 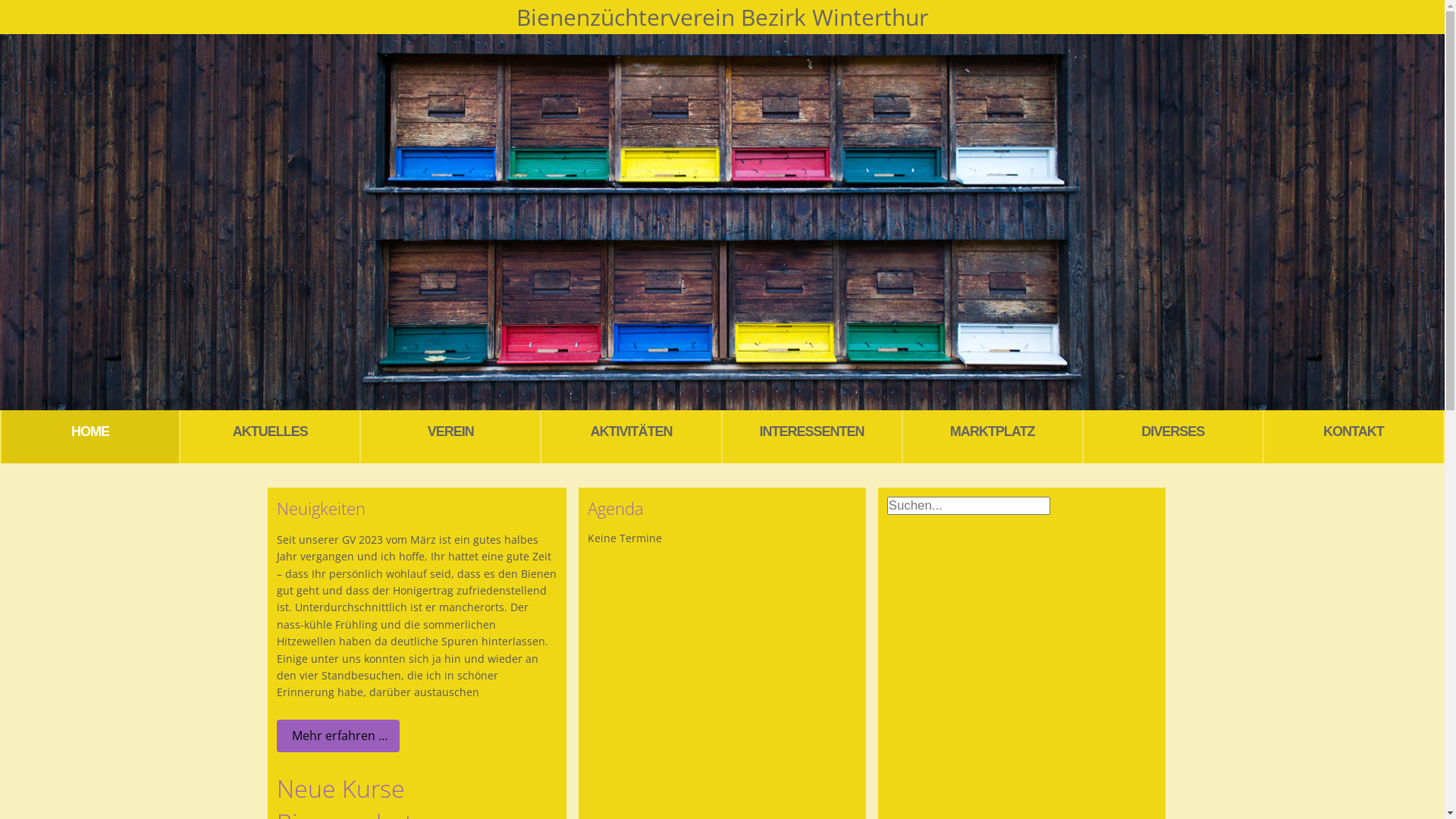 I want to click on 'AKTUELLES', so click(x=270, y=436).